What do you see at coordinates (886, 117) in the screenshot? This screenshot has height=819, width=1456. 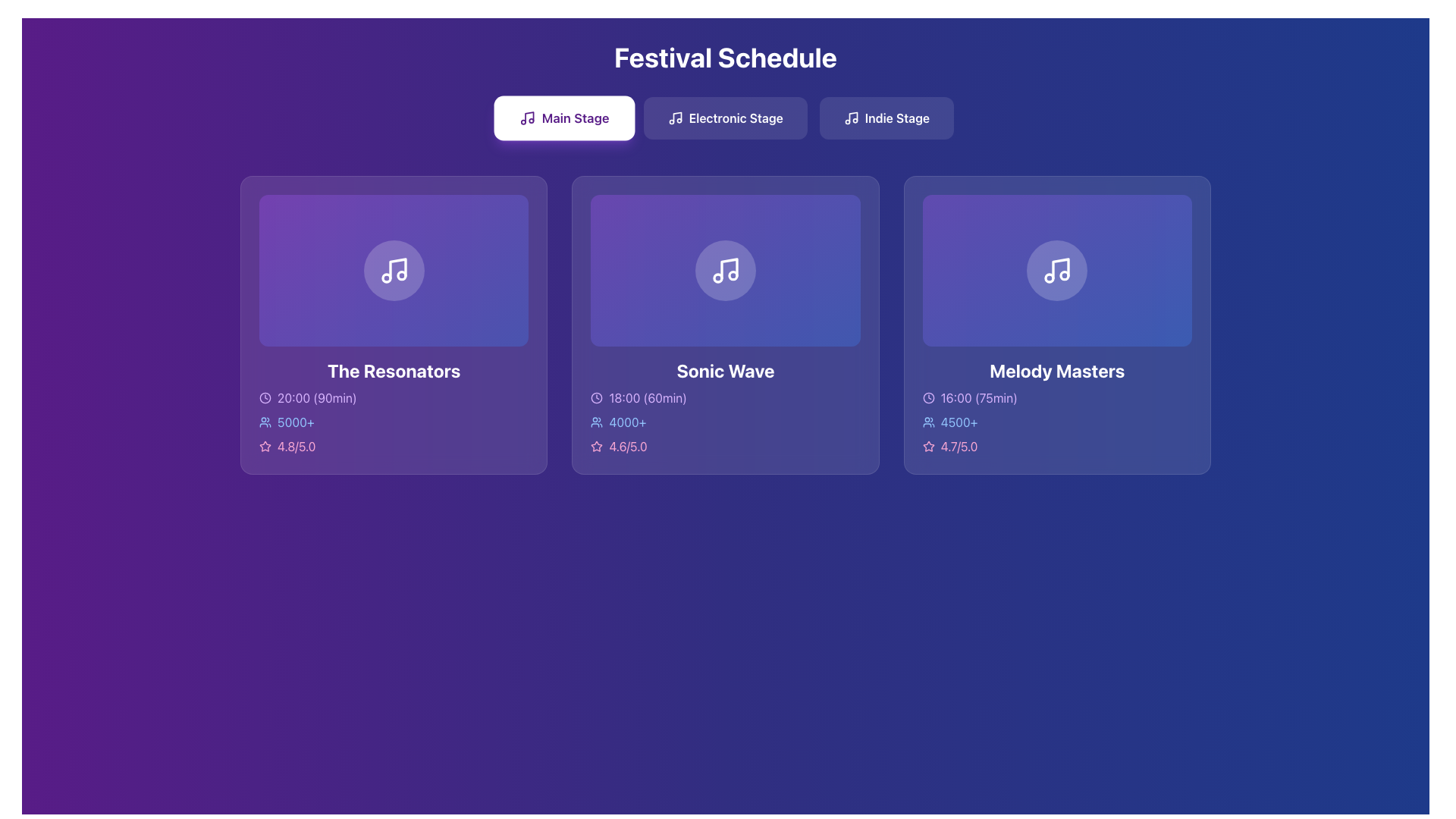 I see `the 'Indie Stage' button, which is a rounded rectangle with a music note icon and the label 'Indie Stage' in bold white text` at bounding box center [886, 117].